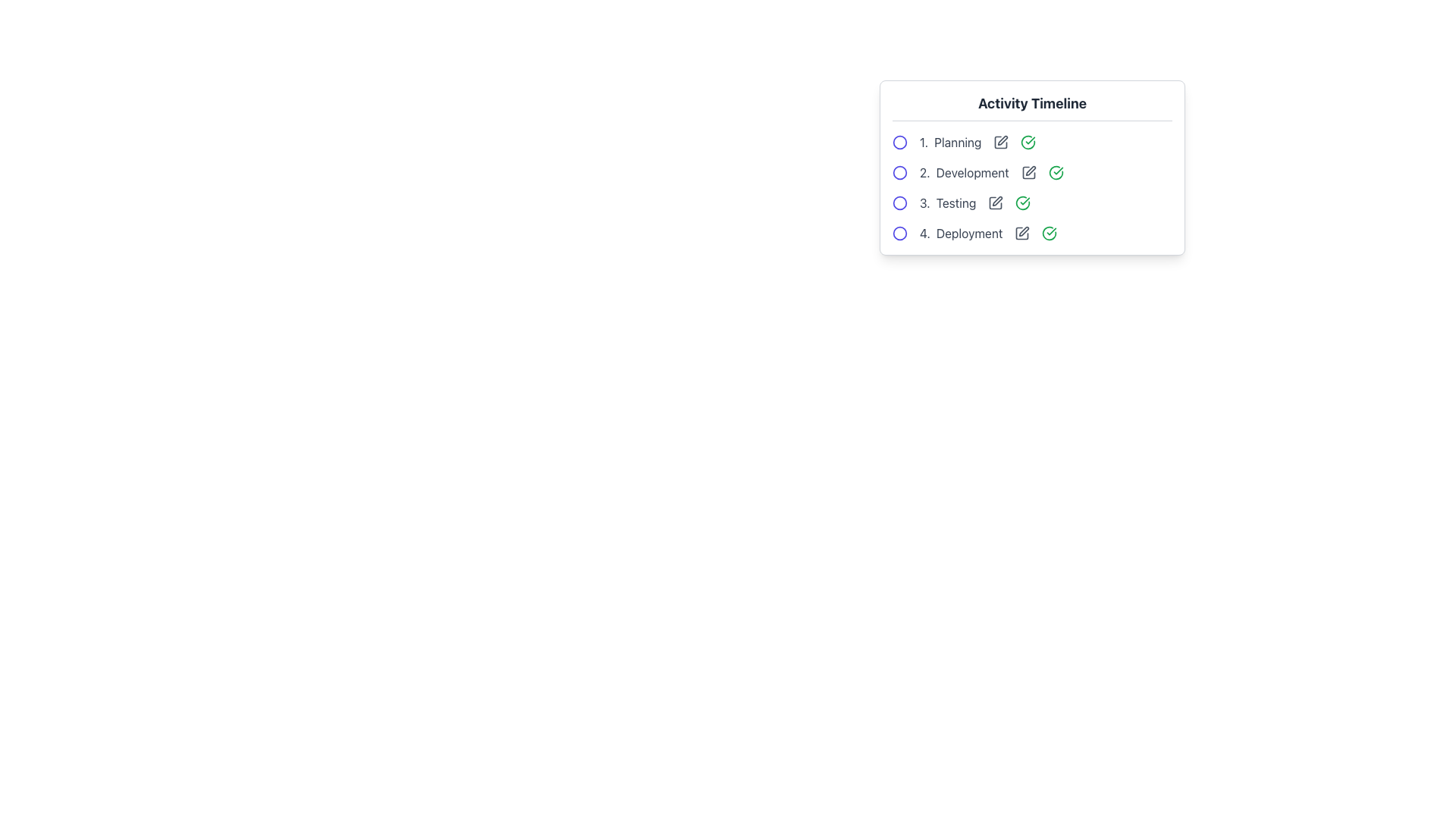 The width and height of the screenshot is (1456, 819). I want to click on text element that contains 'Testing', which is the third item in the list of activity steps, so click(955, 202).